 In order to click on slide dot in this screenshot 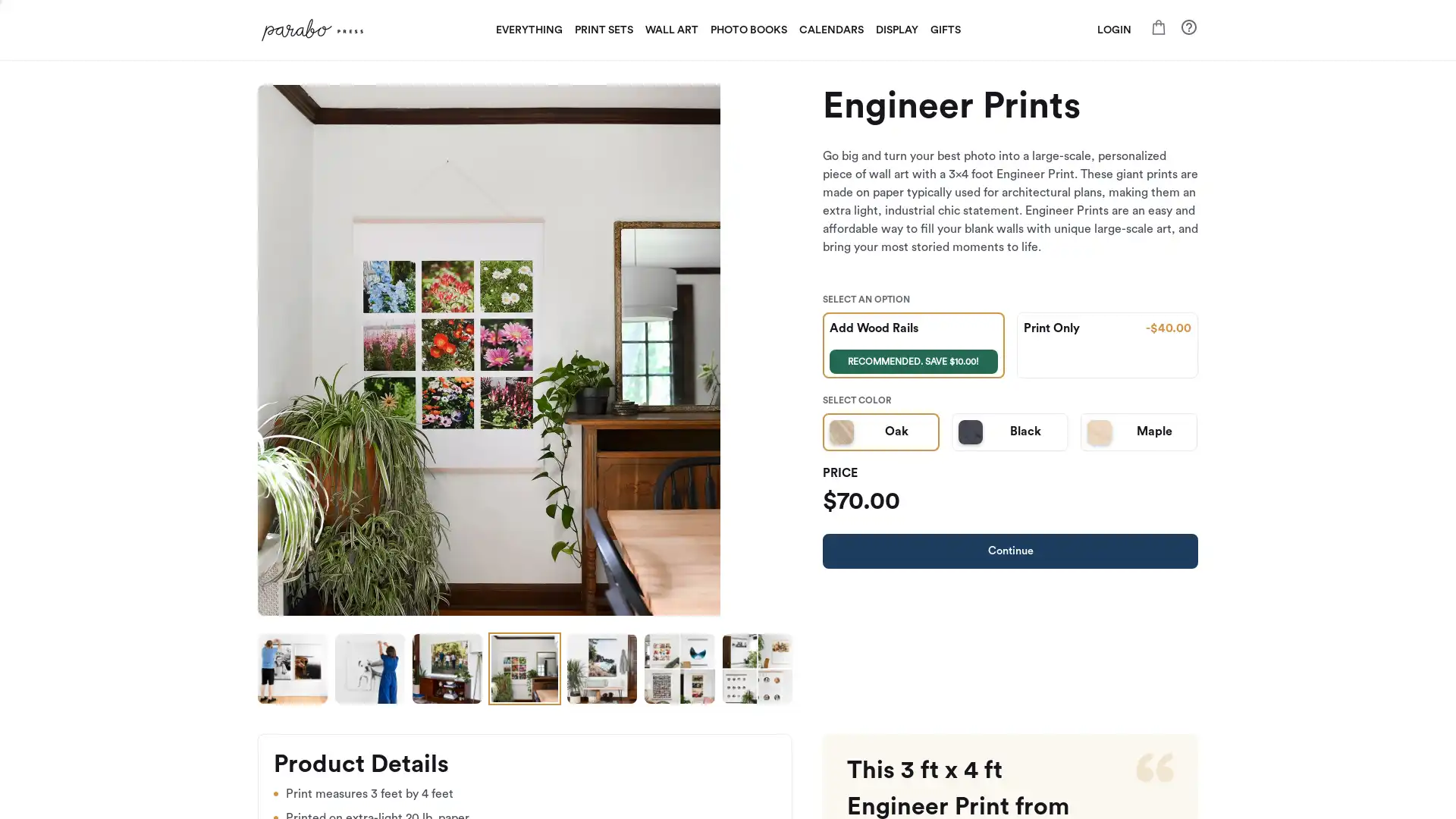, I will do `click(370, 668)`.